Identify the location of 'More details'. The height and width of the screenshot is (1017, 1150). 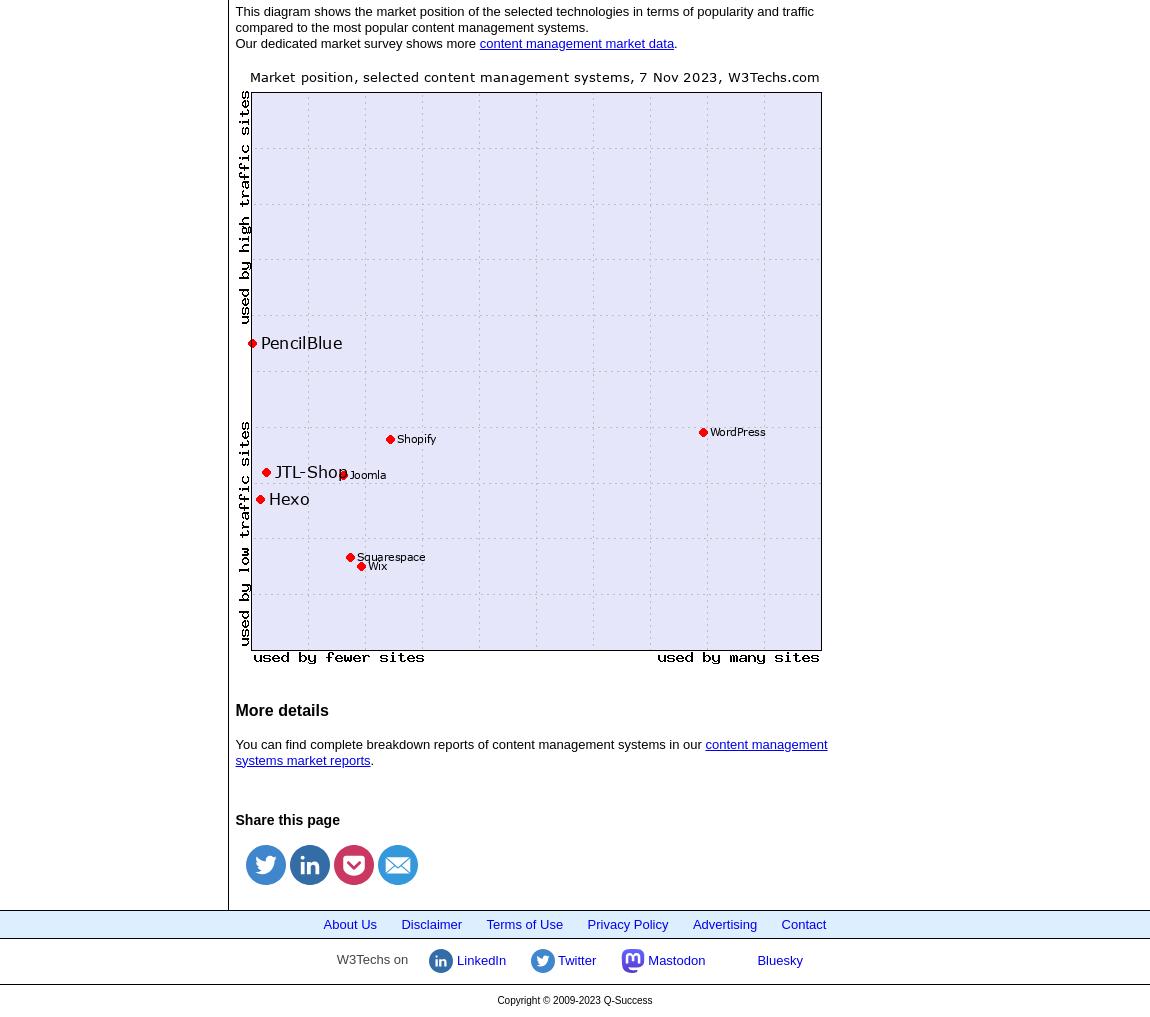
(280, 708).